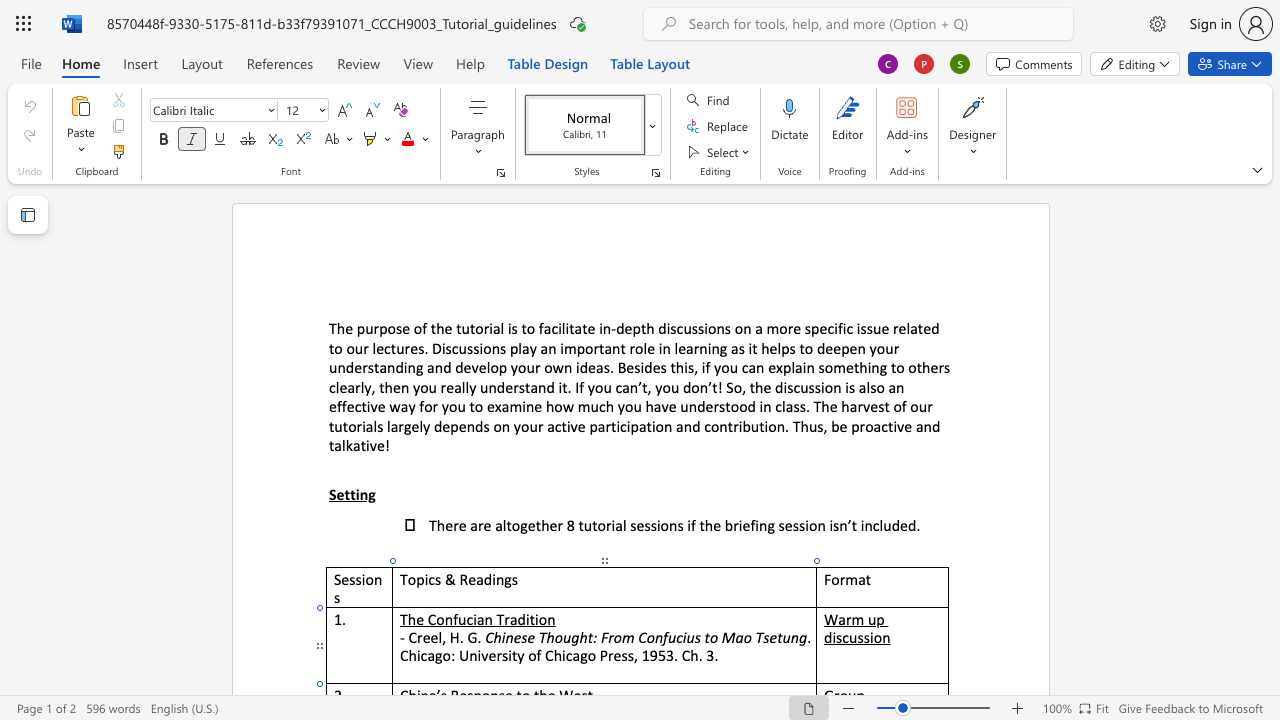 Image resolution: width=1280 pixels, height=720 pixels. Describe the element at coordinates (845, 618) in the screenshot. I see `the space between the continuous character "a" and "r" in the text` at that location.